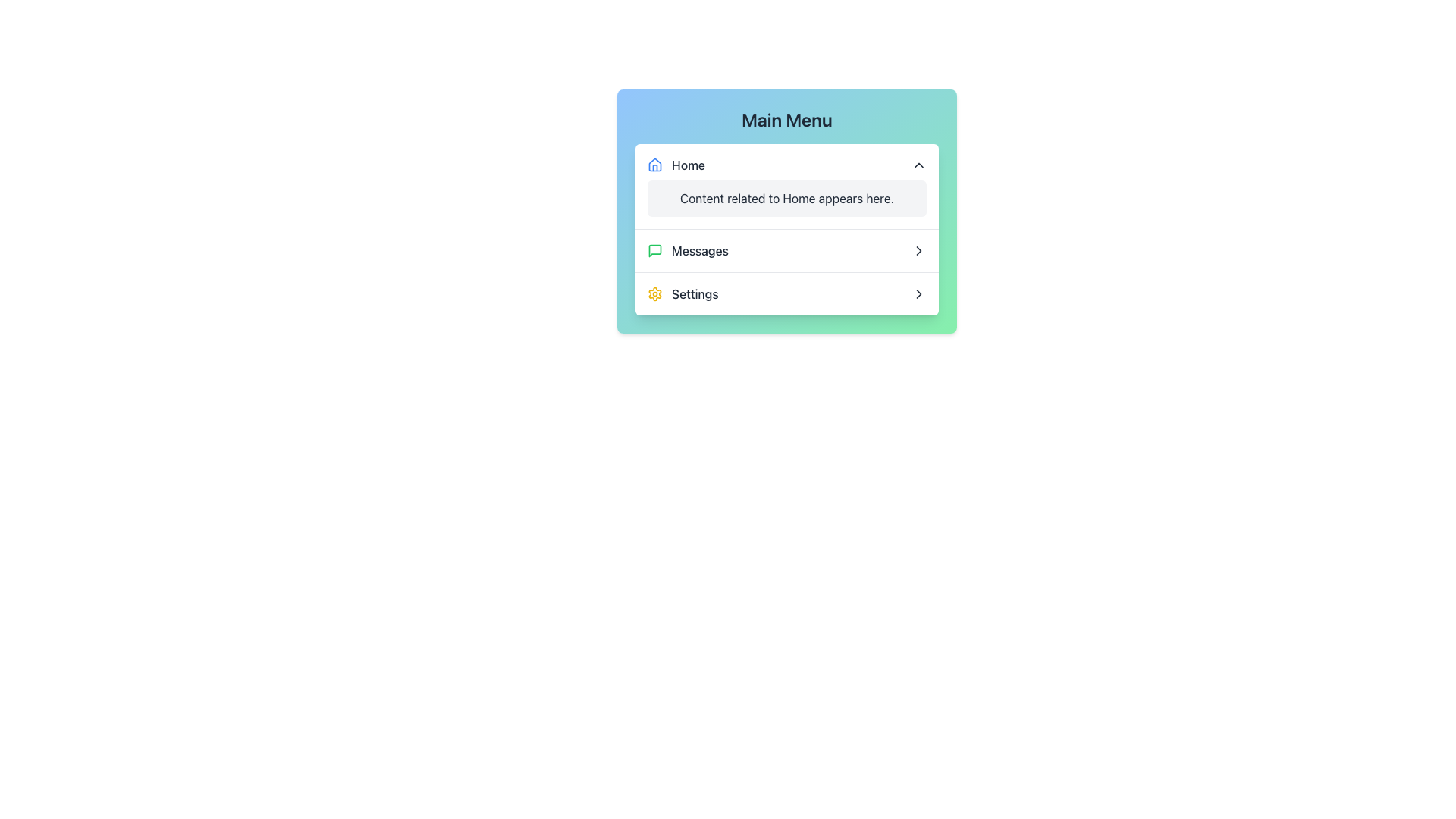  Describe the element at coordinates (699, 250) in the screenshot. I see `the 'Messages' text label, which is displayed in bold and medium-sized font on the menu interface, located below the 'Main Menu' header and to the right of a green chat-like icon` at that location.